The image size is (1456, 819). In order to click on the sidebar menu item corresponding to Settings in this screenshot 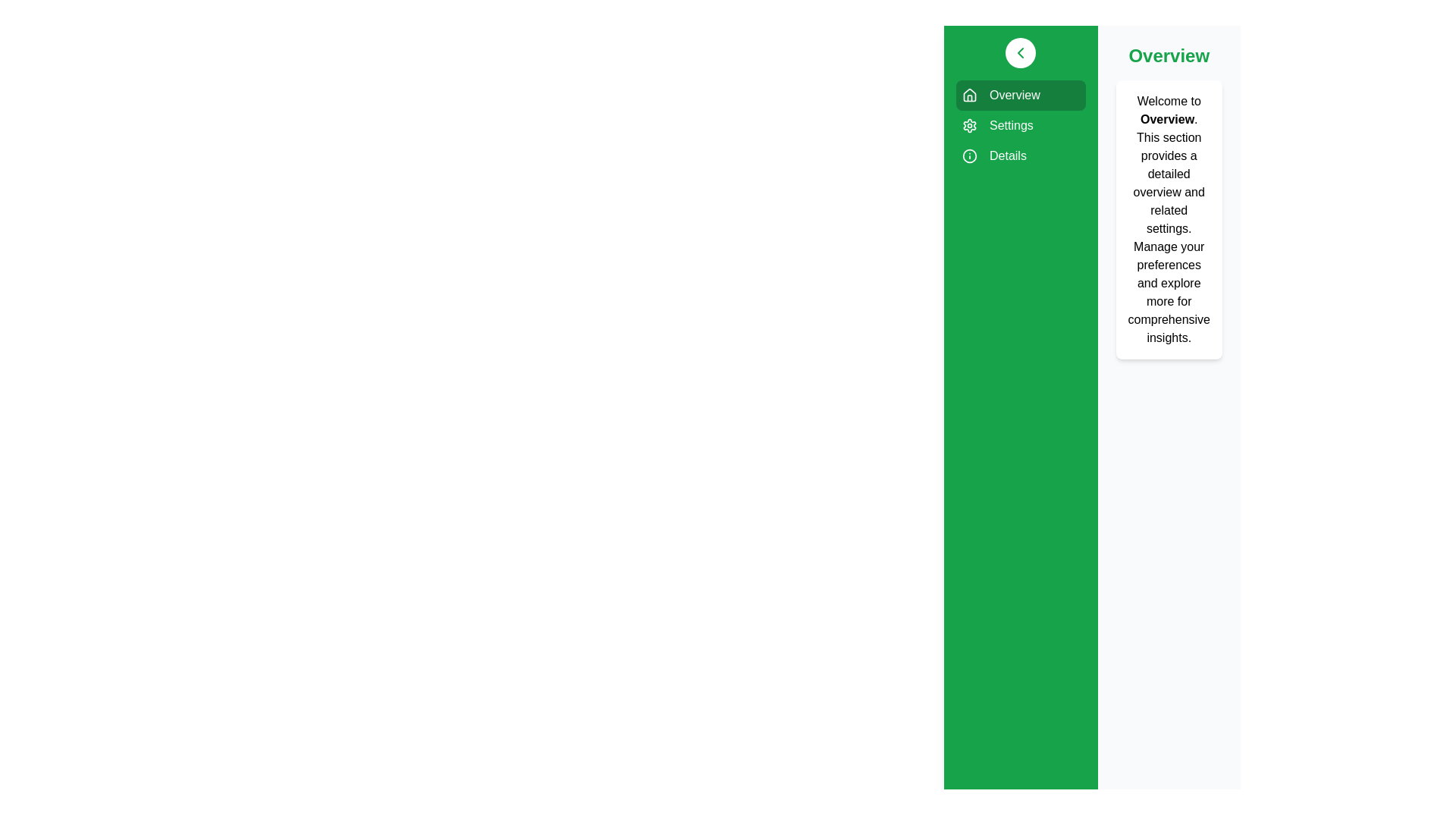, I will do `click(1021, 124)`.